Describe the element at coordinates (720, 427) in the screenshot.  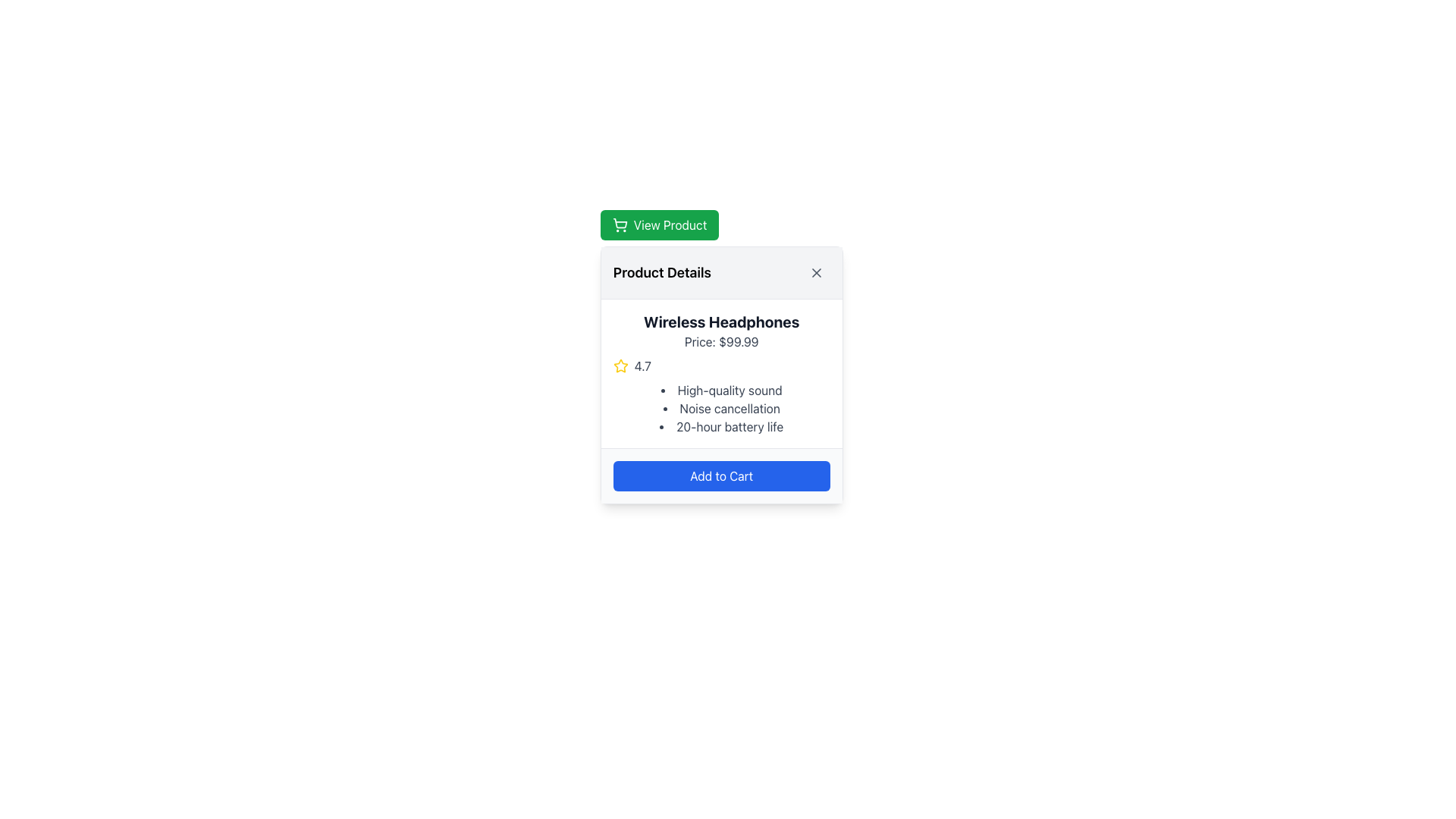
I see `information about the product feature, specifically the battery life duration of 20 hours, located in the third item of the bulleted list under the 'Product Details' panel` at that location.